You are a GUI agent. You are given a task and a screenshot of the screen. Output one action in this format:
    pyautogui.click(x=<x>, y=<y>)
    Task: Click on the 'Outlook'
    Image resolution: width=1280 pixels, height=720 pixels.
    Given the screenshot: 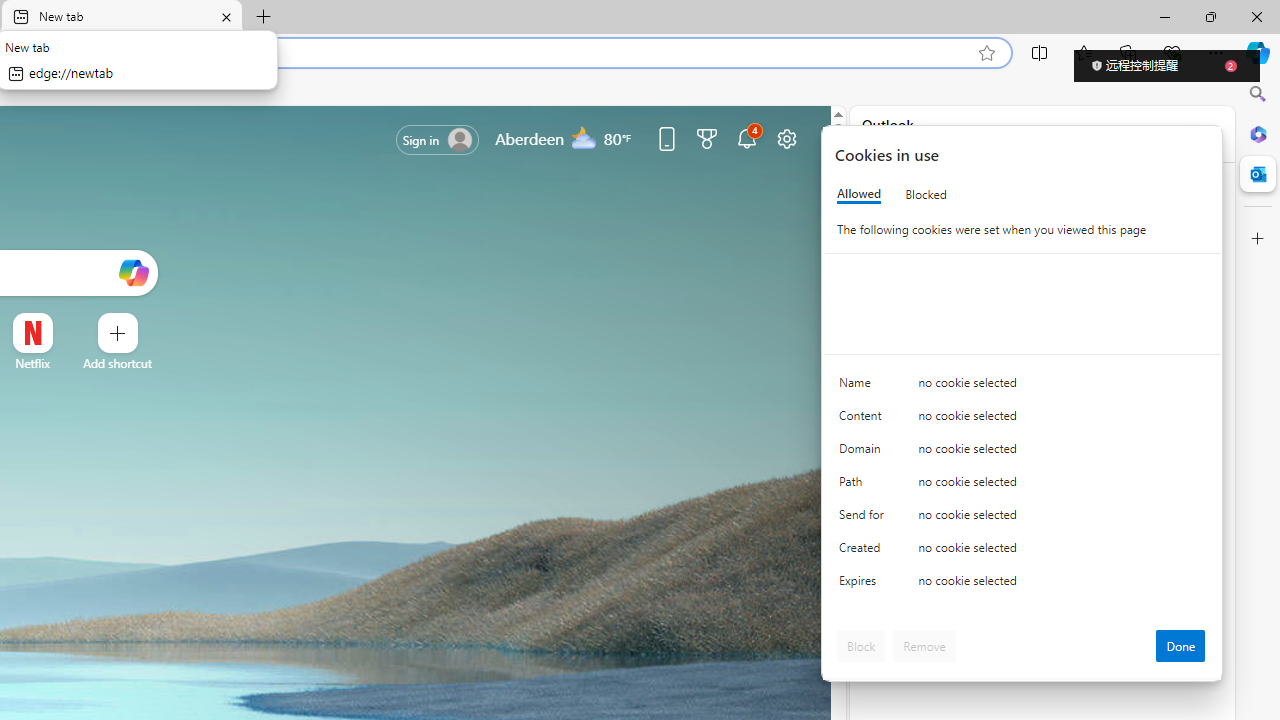 What is the action you would take?
    pyautogui.click(x=1257, y=173)
    